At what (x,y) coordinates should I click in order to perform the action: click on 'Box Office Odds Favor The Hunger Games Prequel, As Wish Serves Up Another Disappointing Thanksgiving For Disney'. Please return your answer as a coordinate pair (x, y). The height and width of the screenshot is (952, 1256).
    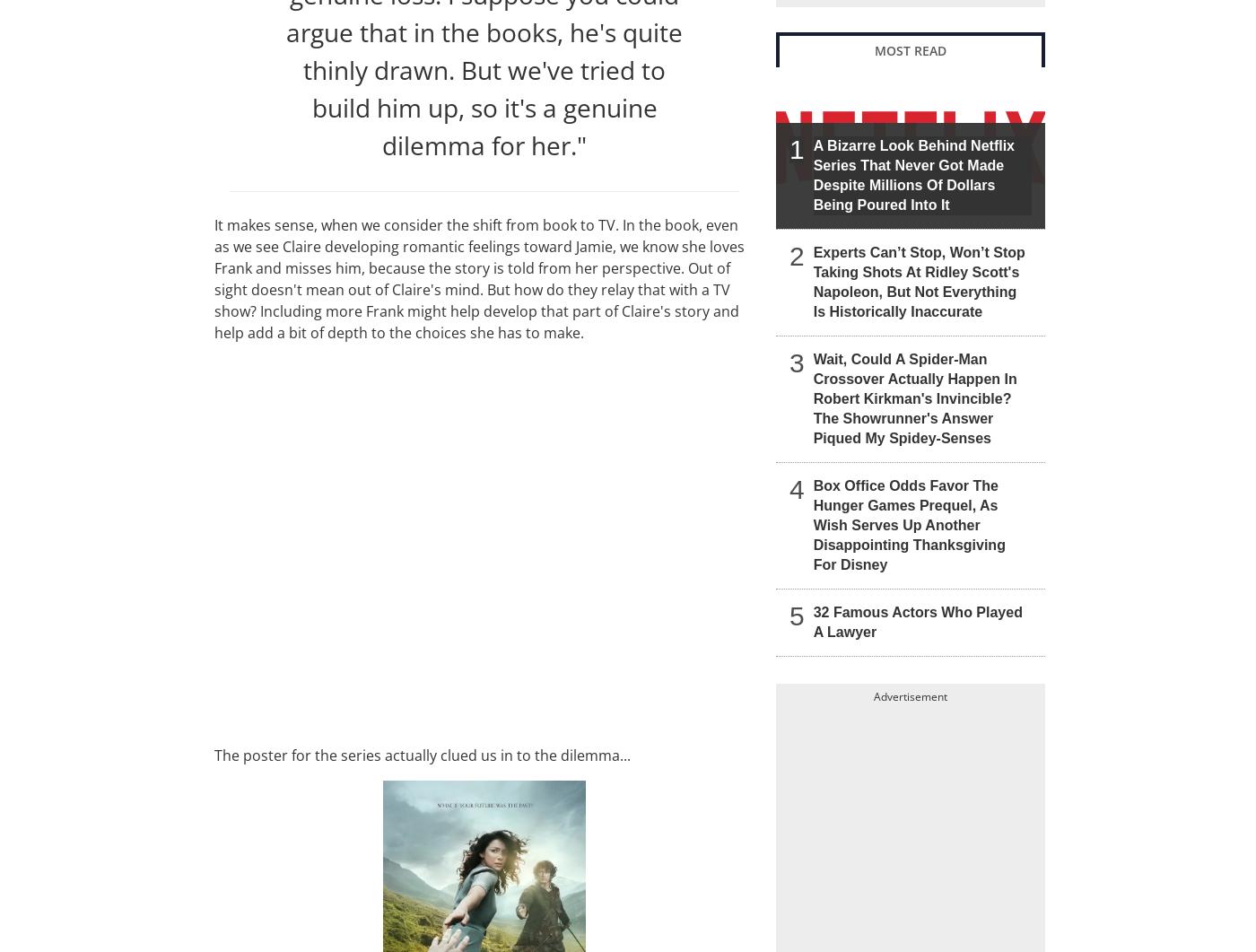
    Looking at the image, I should click on (909, 523).